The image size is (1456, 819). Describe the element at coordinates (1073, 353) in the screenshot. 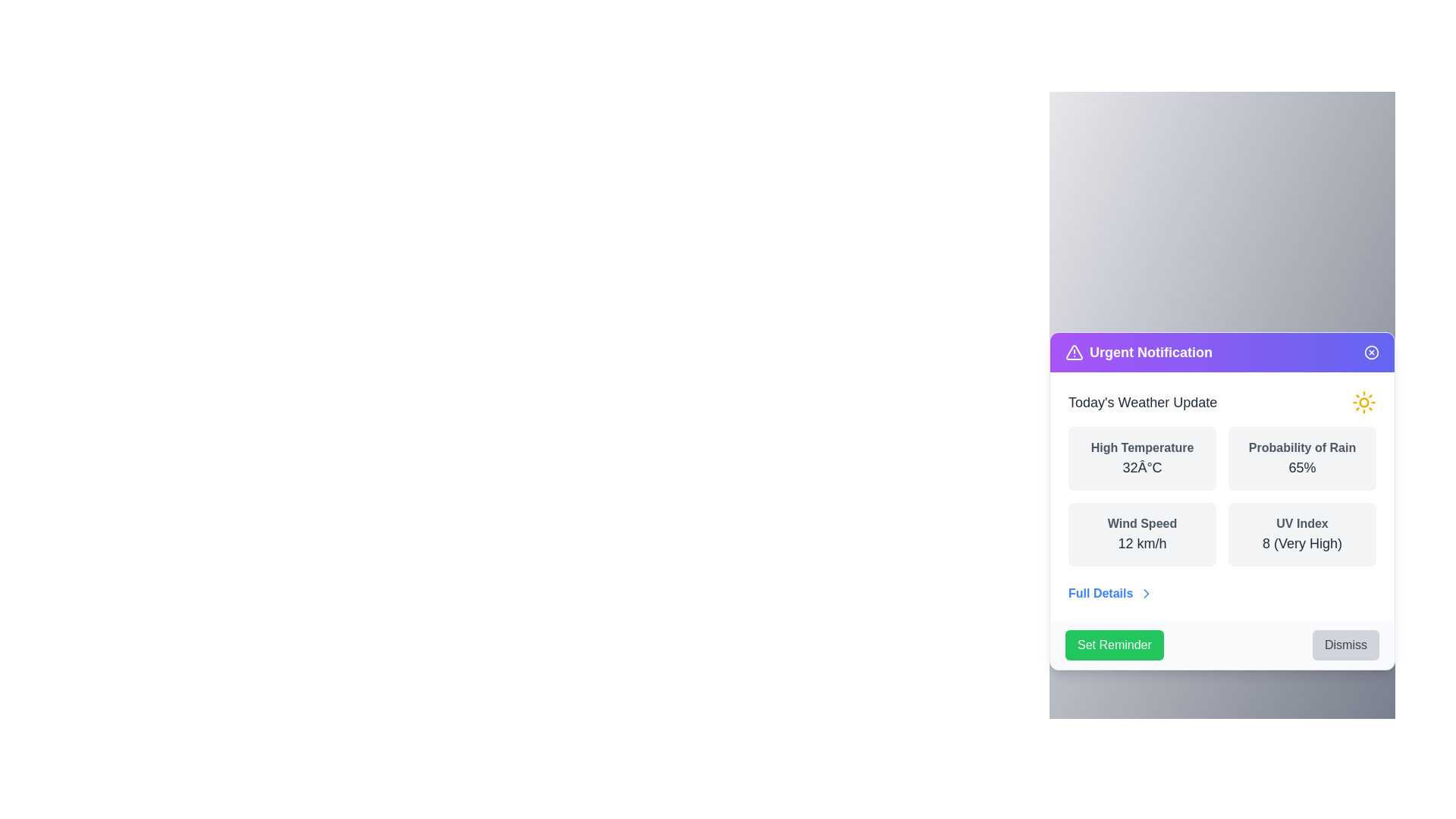

I see `the alert icon shaped like a triangle with an exclamation mark inside, which has a purple background and is located to the left of the text 'Urgent Notification' within the header of the notification card` at that location.